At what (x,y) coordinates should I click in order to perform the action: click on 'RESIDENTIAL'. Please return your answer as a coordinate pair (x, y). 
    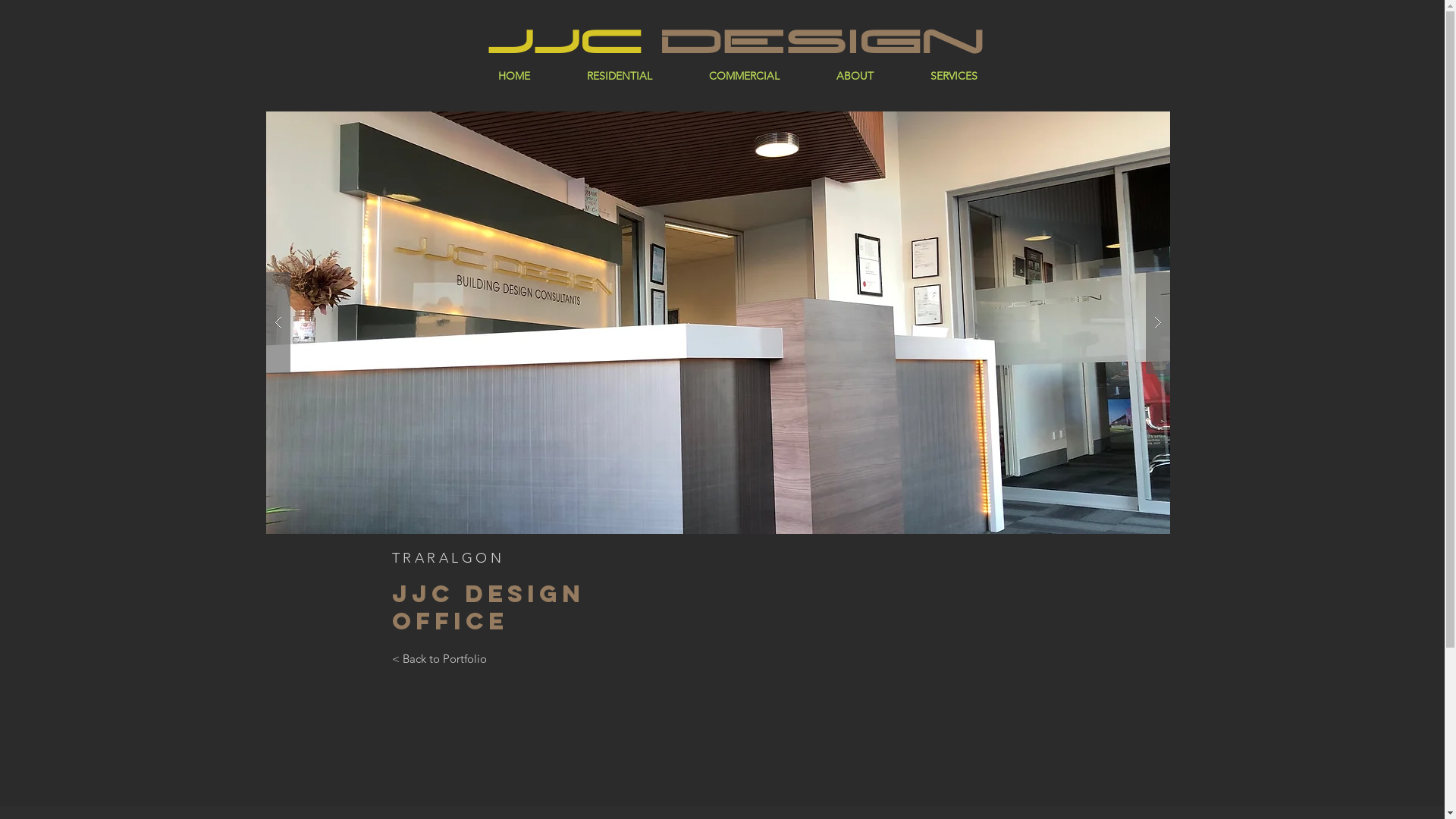
    Looking at the image, I should click on (619, 76).